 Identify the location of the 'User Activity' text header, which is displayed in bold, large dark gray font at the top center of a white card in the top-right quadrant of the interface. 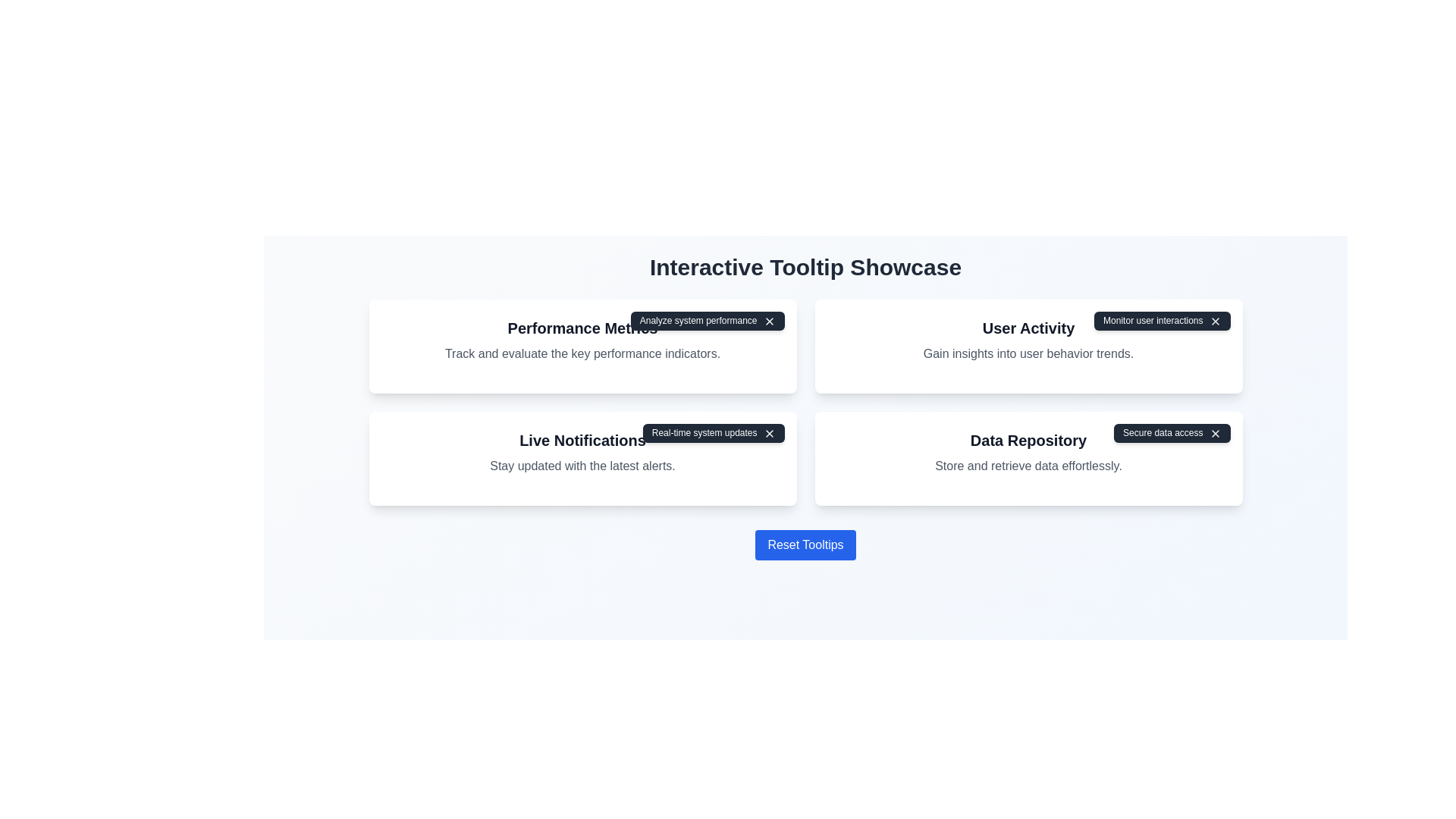
(1028, 327).